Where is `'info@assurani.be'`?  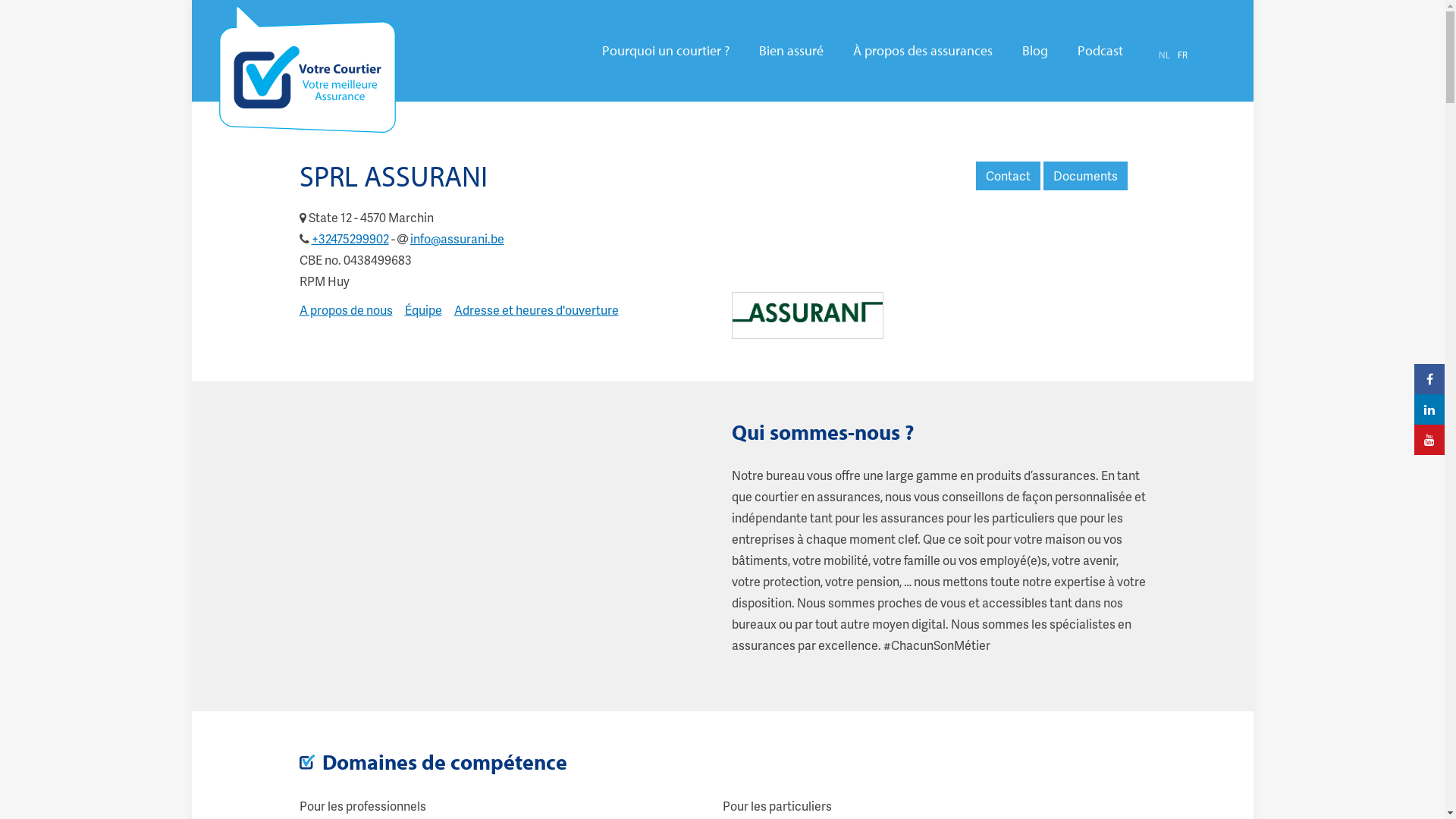
'info@assurani.be' is located at coordinates (409, 238).